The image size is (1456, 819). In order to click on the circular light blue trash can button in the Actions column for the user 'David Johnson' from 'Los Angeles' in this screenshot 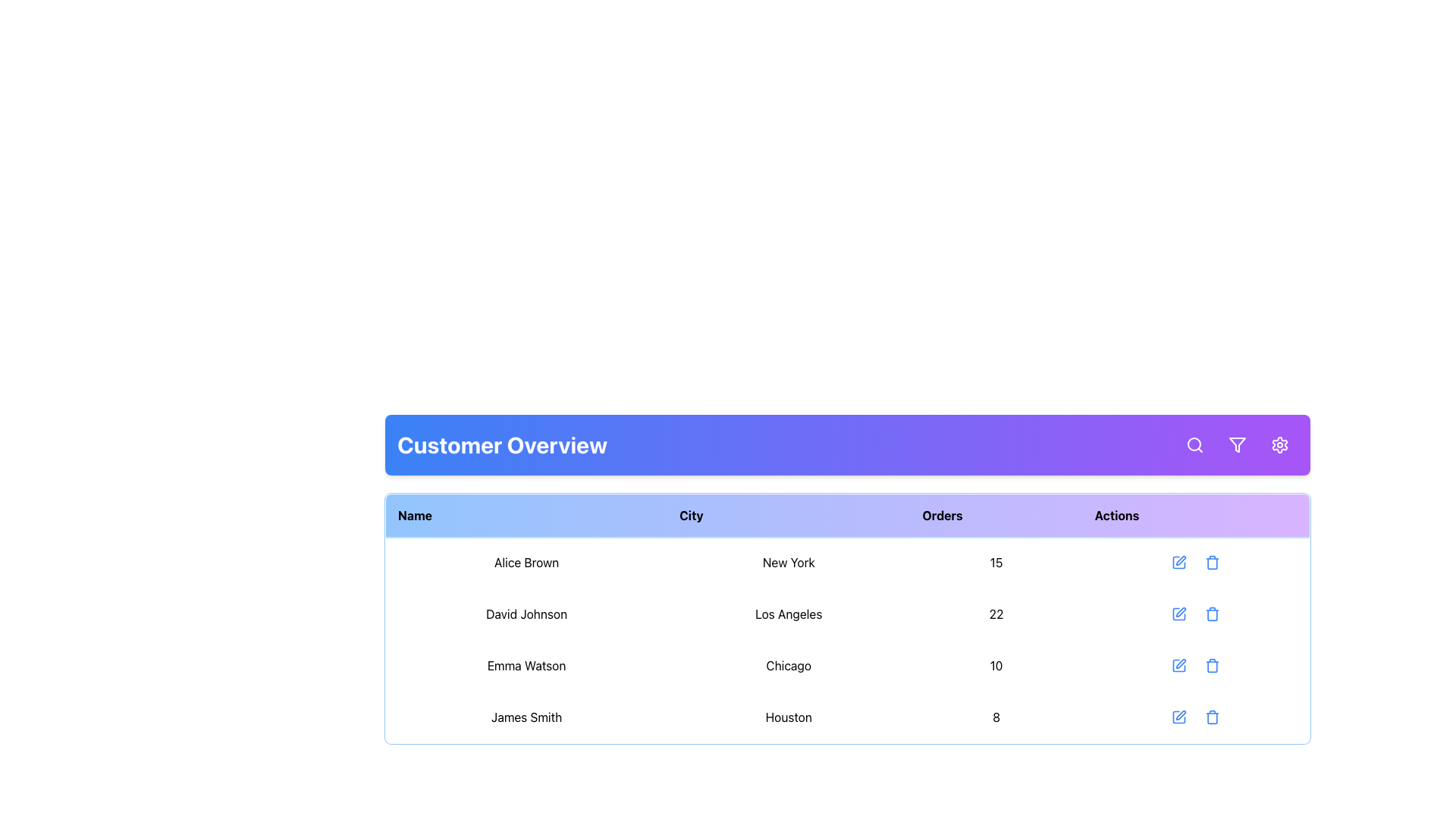, I will do `click(1212, 614)`.